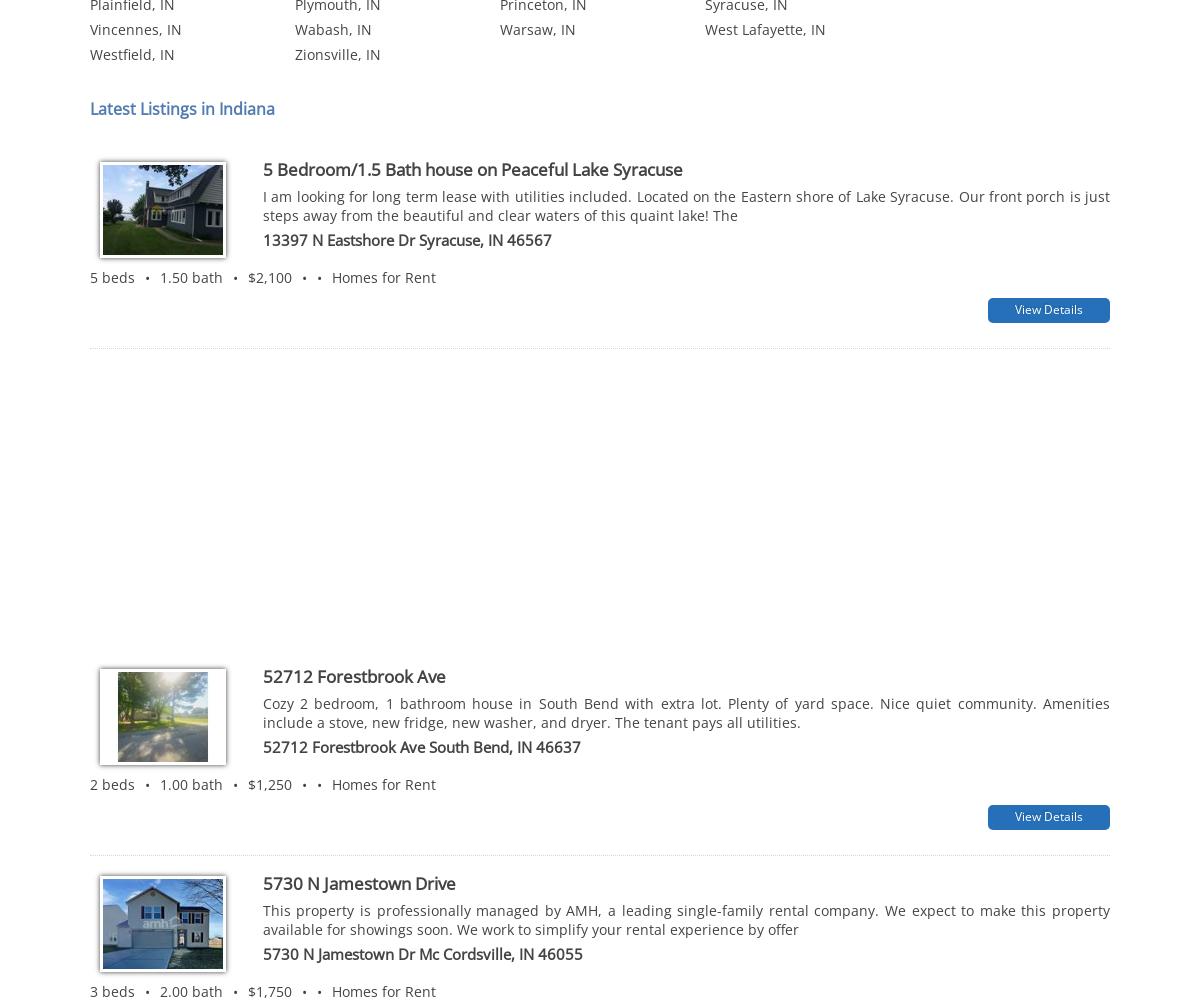 This screenshot has height=1005, width=1200. I want to click on 'Discover modern luxury in Franklin Township, Indianapolis! This updated gem features an open-concept design, a luxurious main-level primary bedroom with a stunning en suite, a versatile loft, and thre', so click(686, 865).